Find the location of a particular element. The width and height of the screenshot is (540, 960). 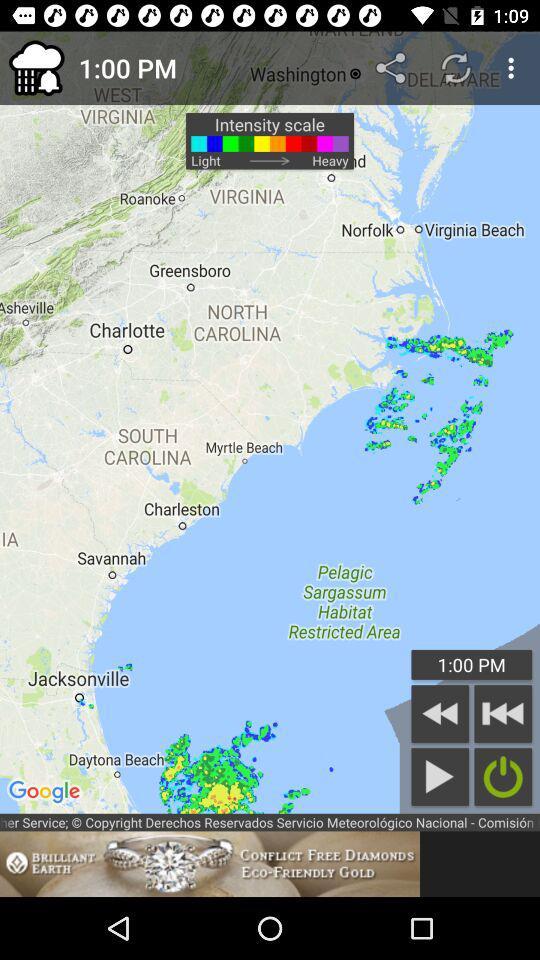

fast backward is located at coordinates (502, 713).